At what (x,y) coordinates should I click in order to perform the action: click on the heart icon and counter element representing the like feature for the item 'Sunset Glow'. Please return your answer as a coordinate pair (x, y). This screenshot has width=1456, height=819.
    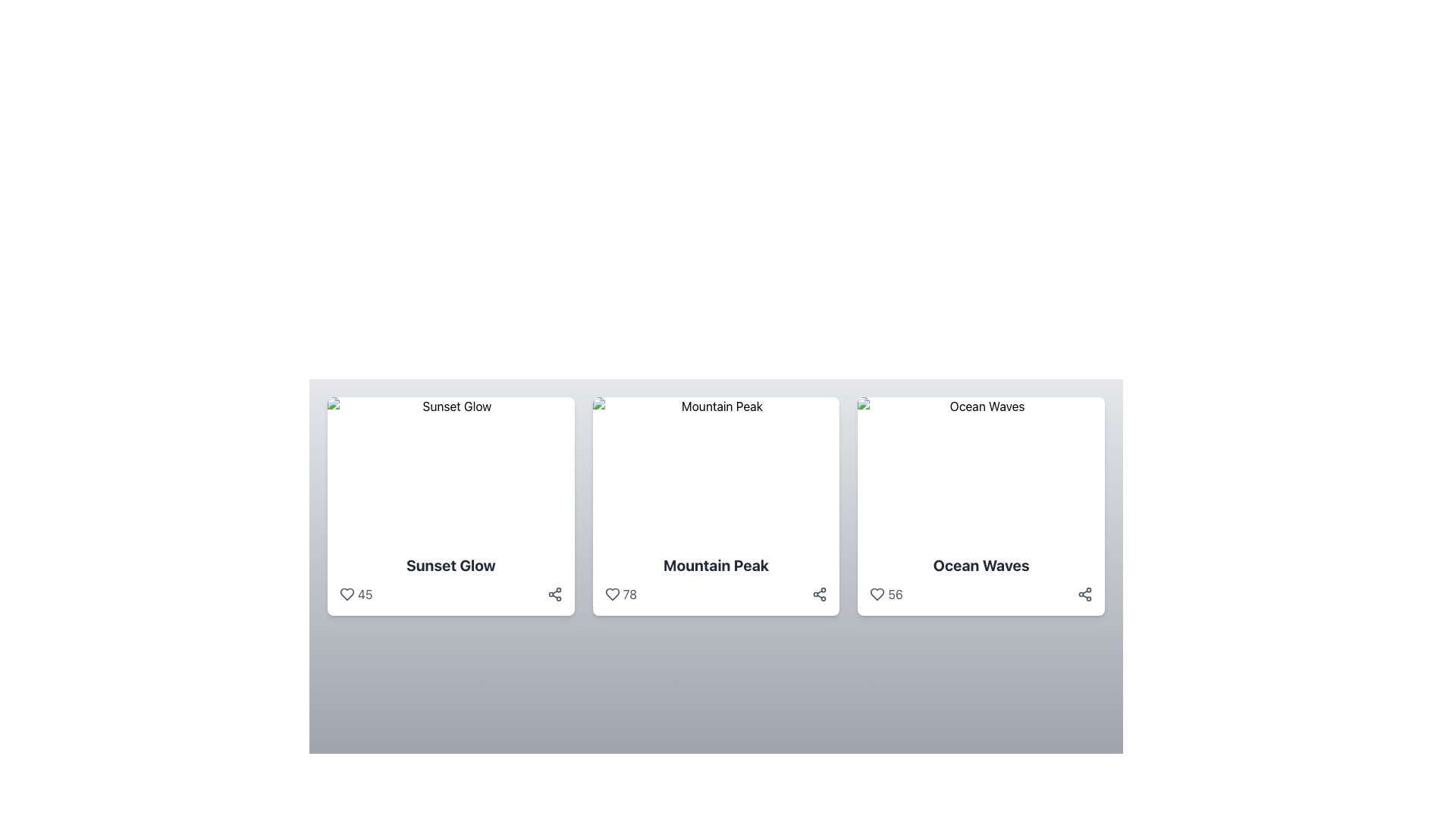
    Looking at the image, I should click on (355, 593).